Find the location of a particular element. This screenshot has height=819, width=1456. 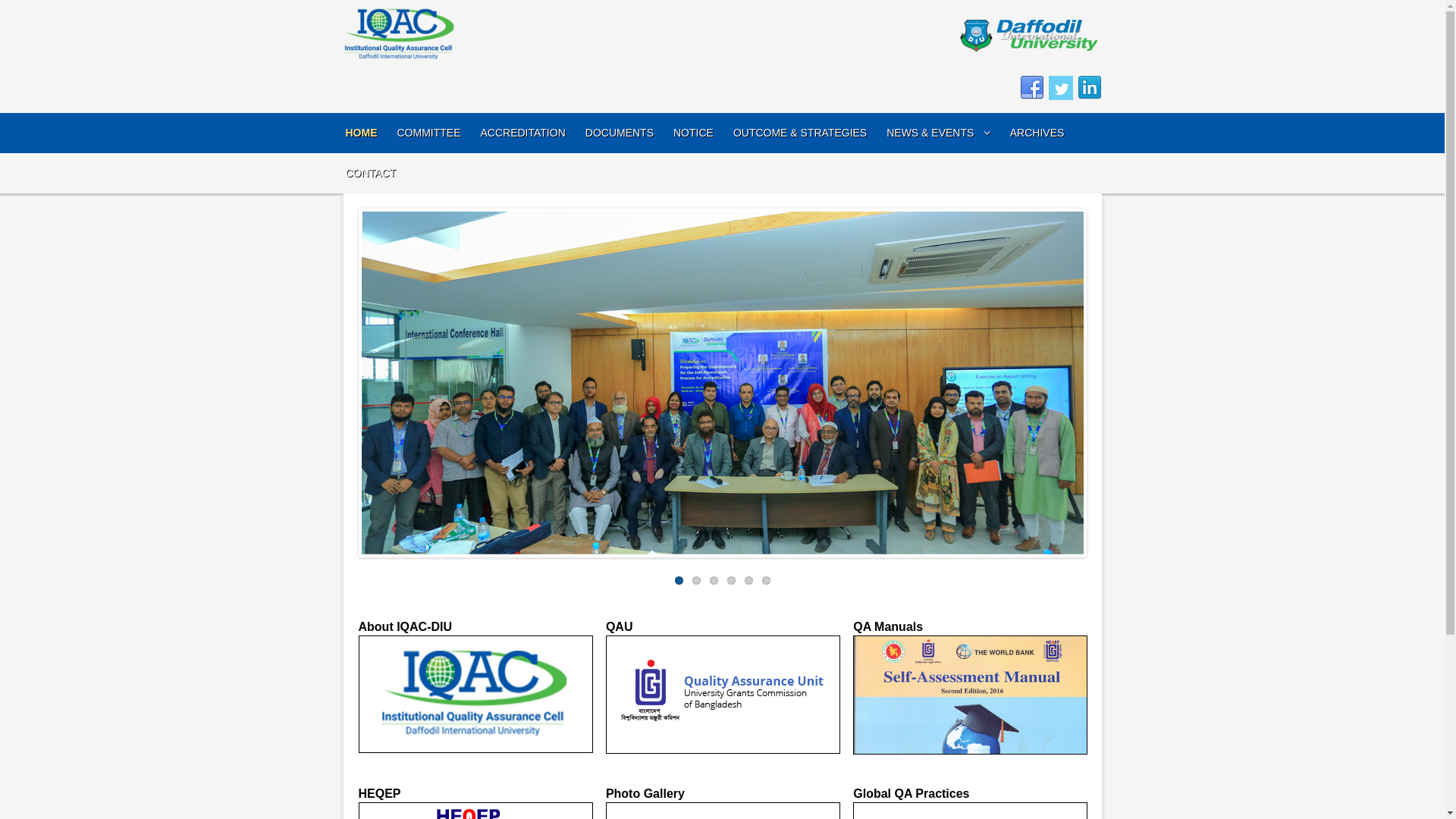

'COMMITTEE' is located at coordinates (428, 132).